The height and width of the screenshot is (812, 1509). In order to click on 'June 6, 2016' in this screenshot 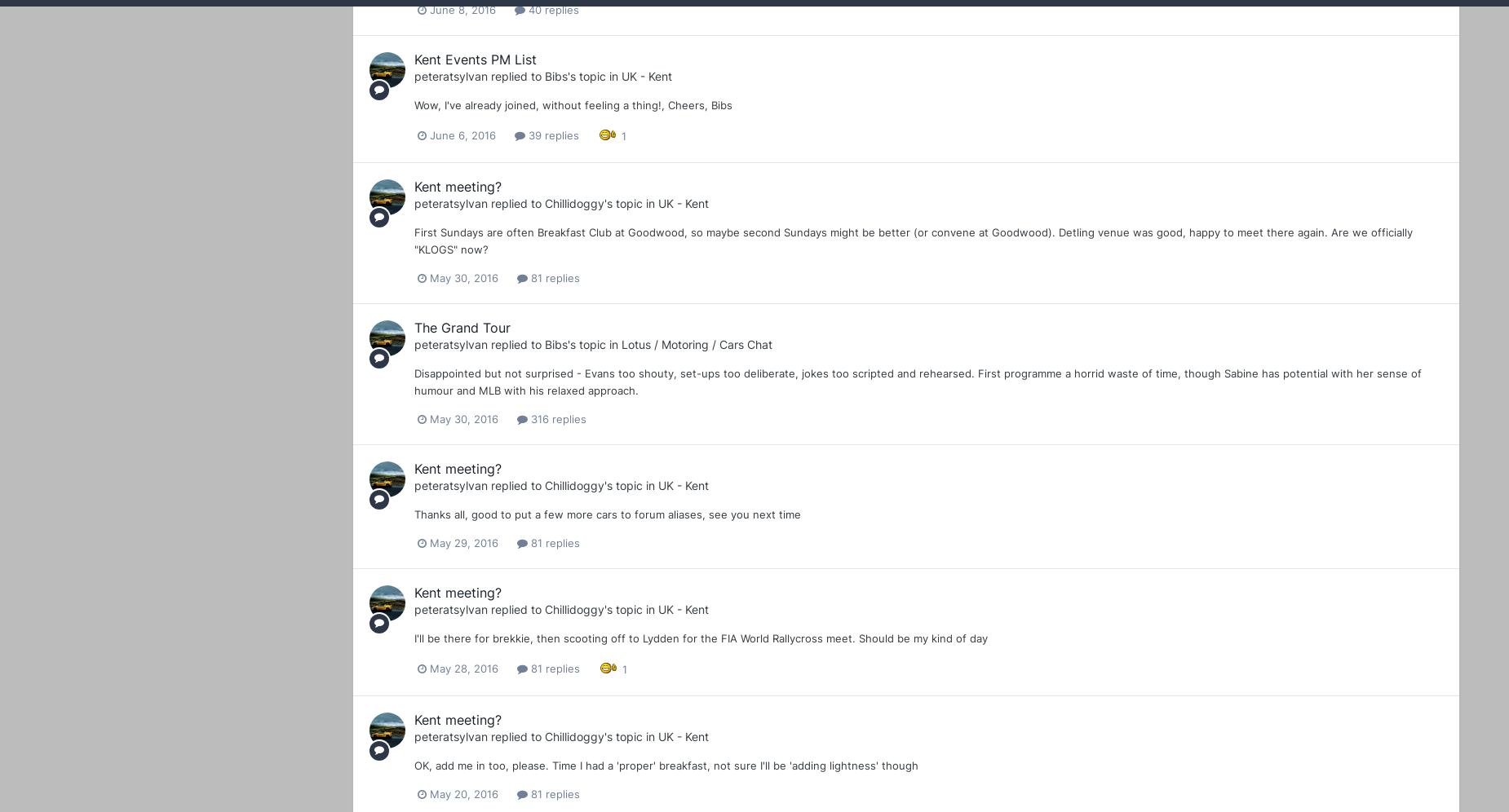, I will do `click(430, 135)`.